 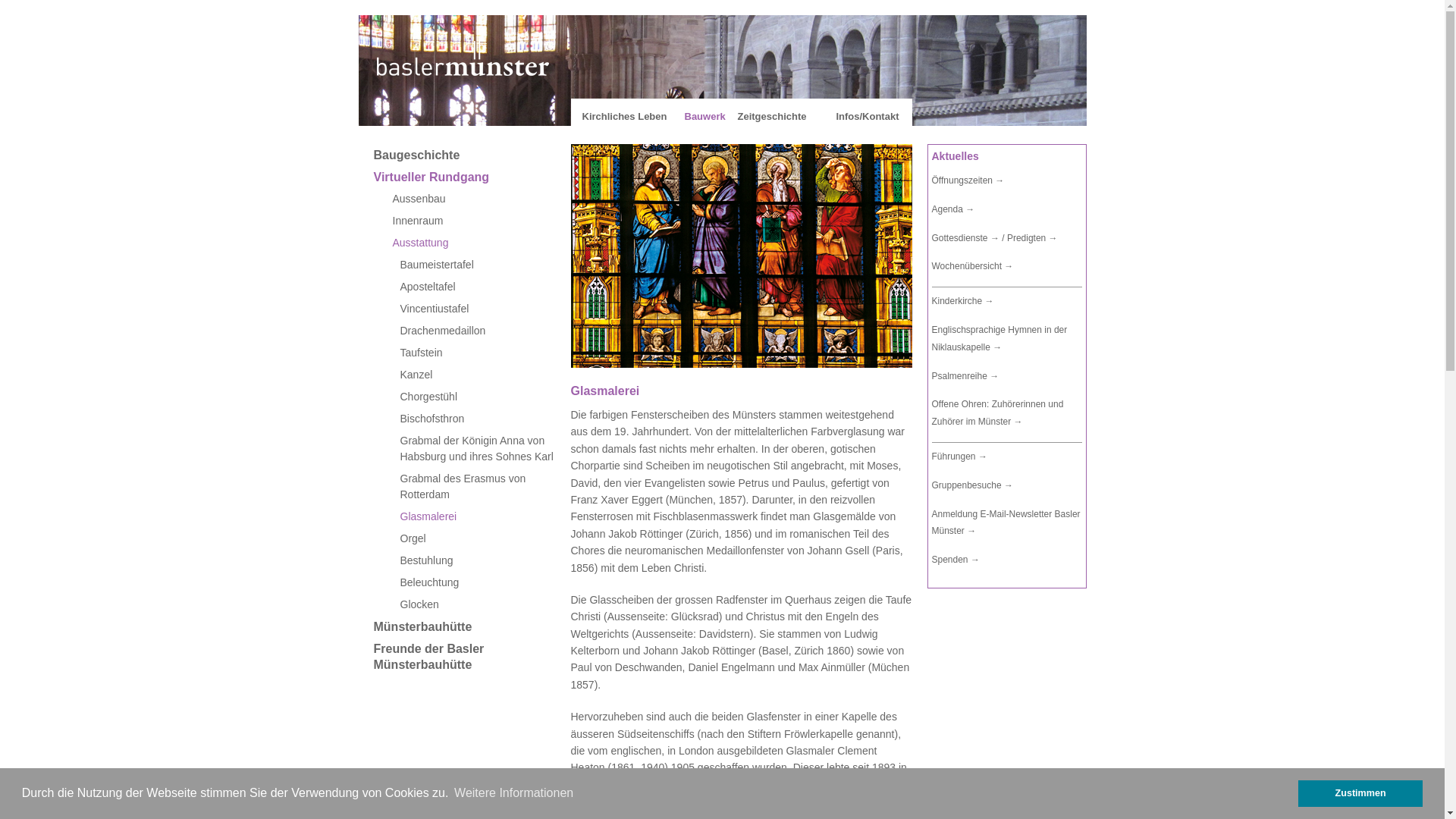 What do you see at coordinates (867, 115) in the screenshot?
I see `'Infos/Kontakt'` at bounding box center [867, 115].